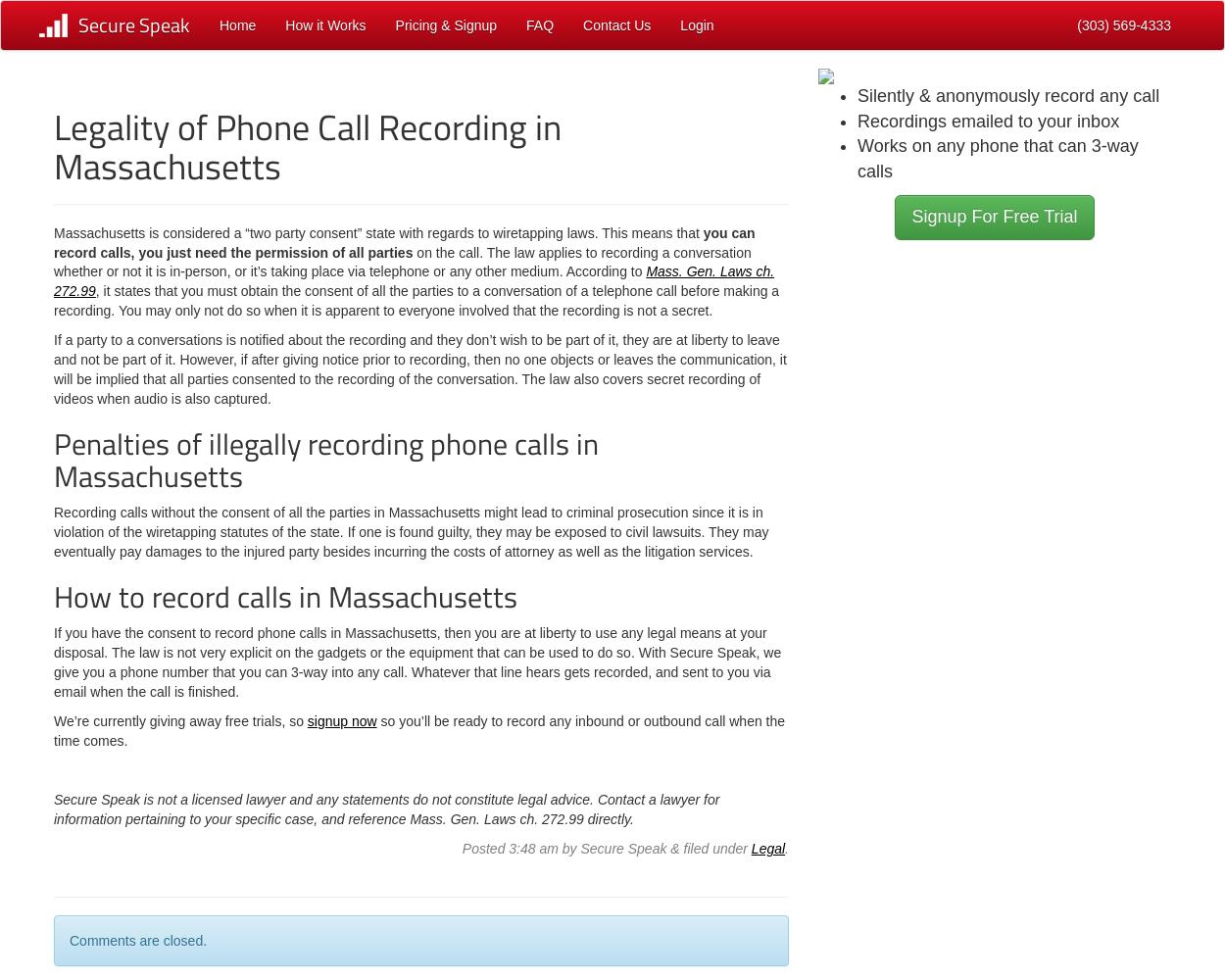 The height and width of the screenshot is (980, 1225). What do you see at coordinates (340, 720) in the screenshot?
I see `'signup now'` at bounding box center [340, 720].